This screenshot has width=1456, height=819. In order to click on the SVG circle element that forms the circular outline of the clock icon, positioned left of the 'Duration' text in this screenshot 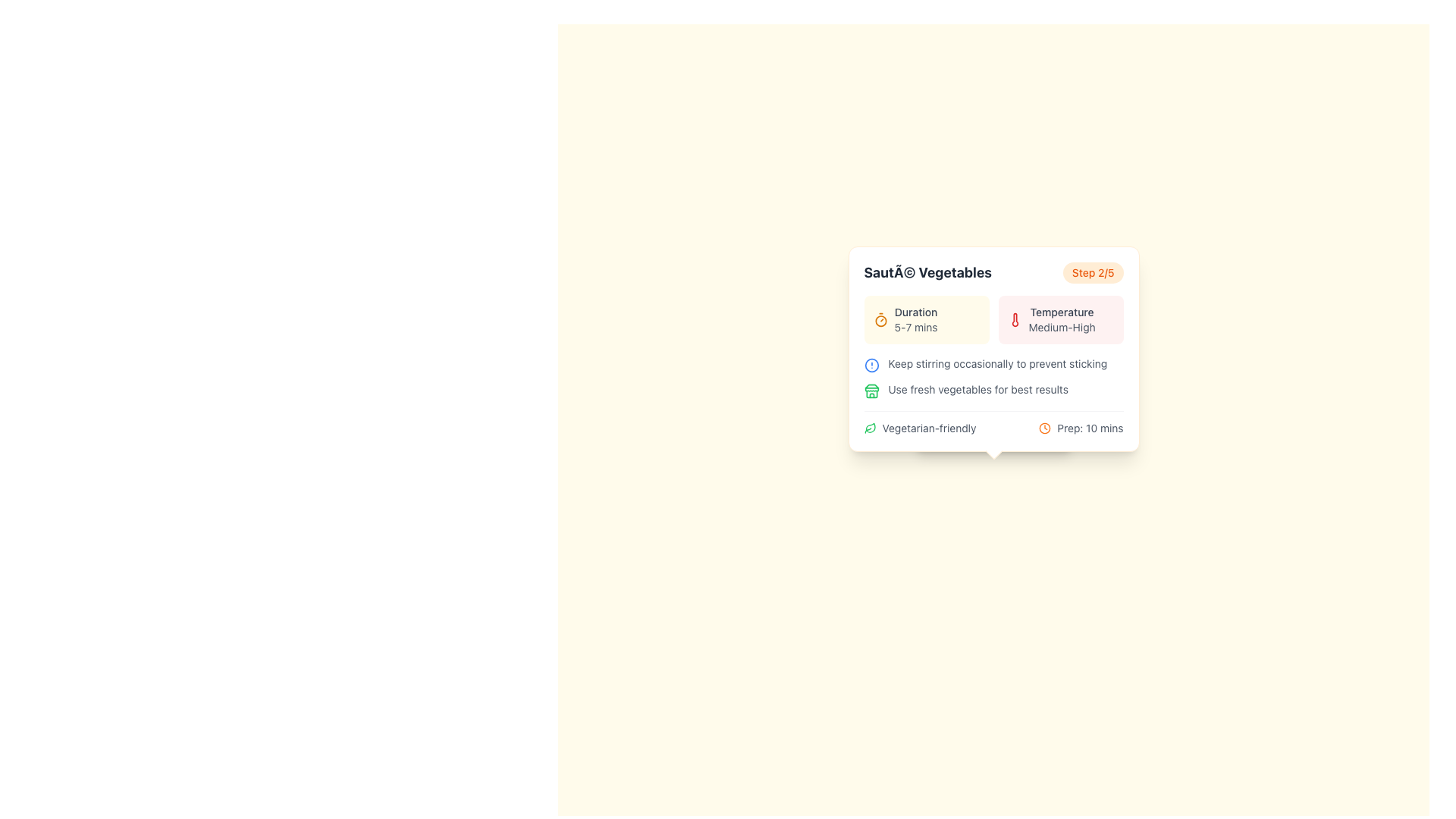, I will do `click(1044, 428)`.